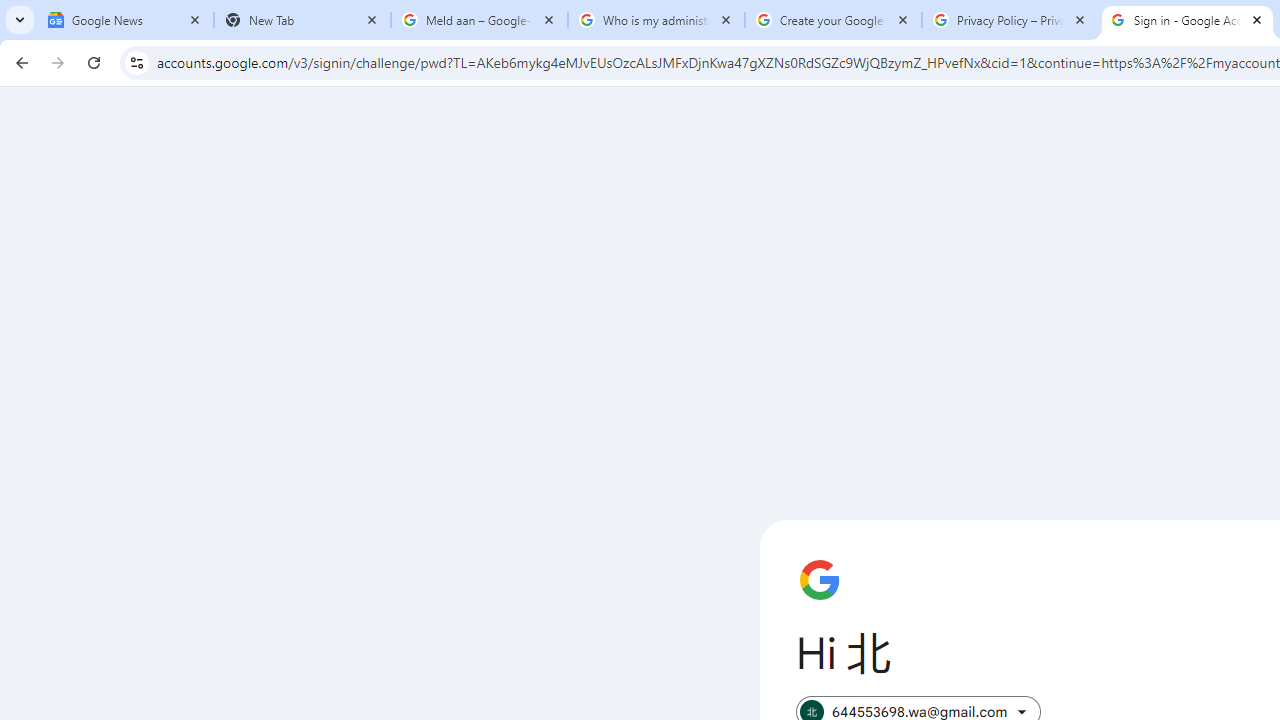 The width and height of the screenshot is (1280, 720). What do you see at coordinates (301, 20) in the screenshot?
I see `'New Tab'` at bounding box center [301, 20].